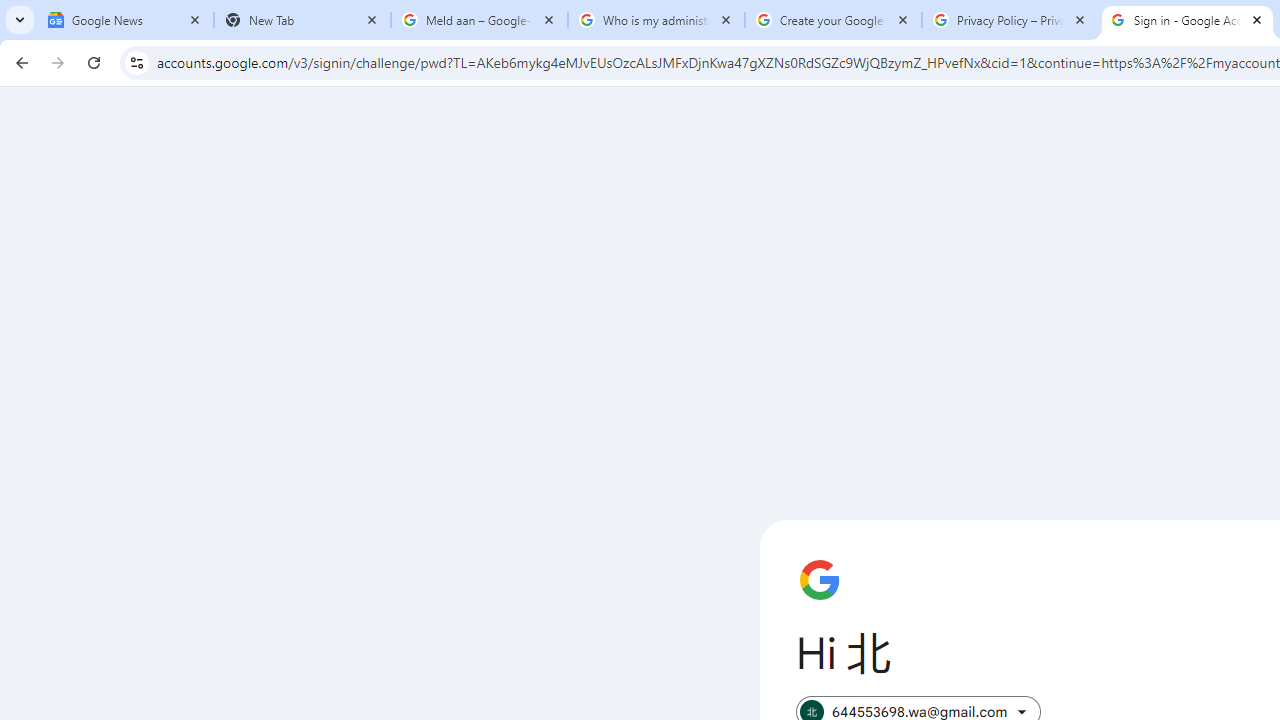 The width and height of the screenshot is (1280, 720). What do you see at coordinates (301, 20) in the screenshot?
I see `'New Tab'` at bounding box center [301, 20].